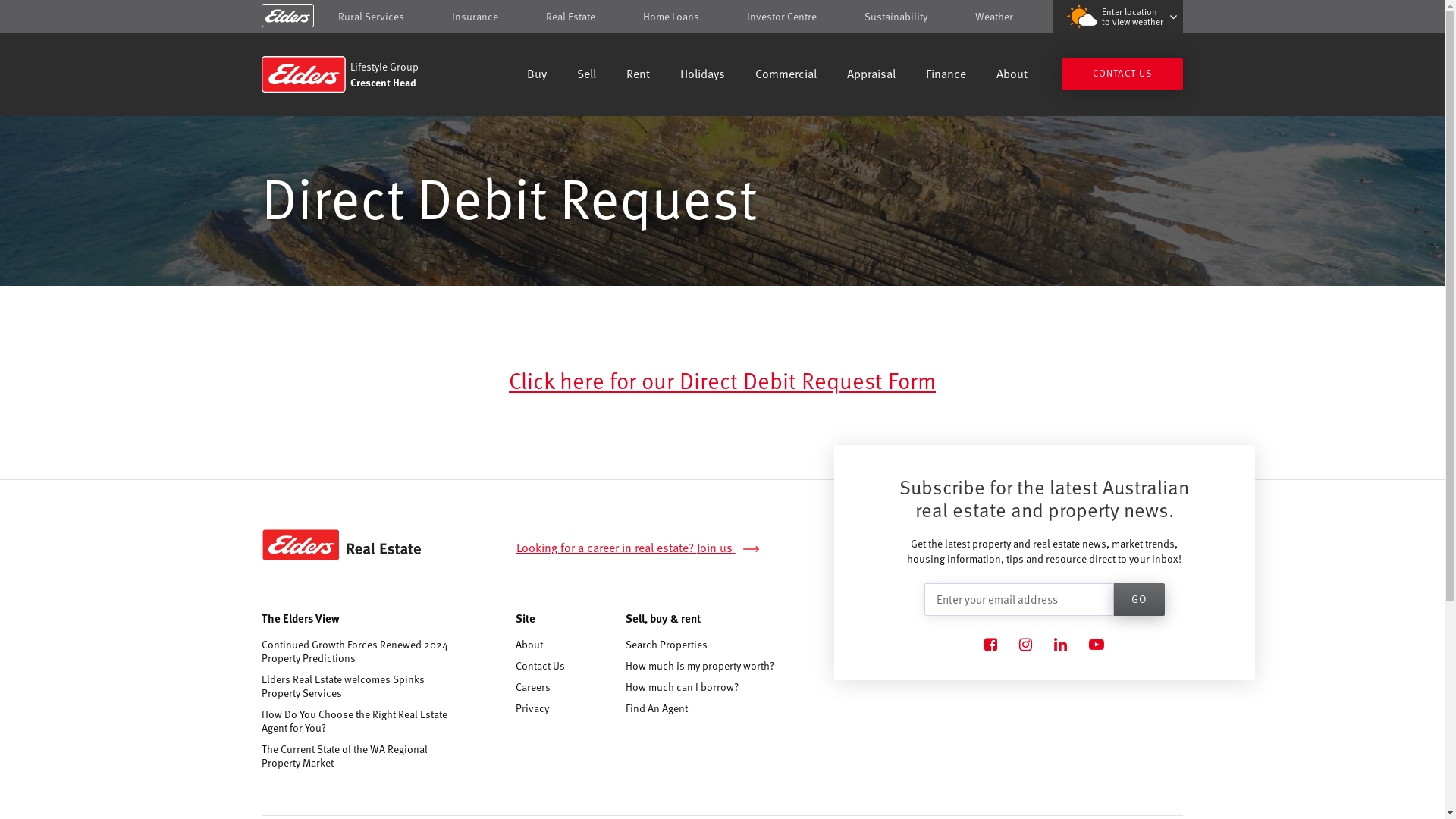 Image resolution: width=1456 pixels, height=819 pixels. What do you see at coordinates (698, 664) in the screenshot?
I see `'How much is my property worth?'` at bounding box center [698, 664].